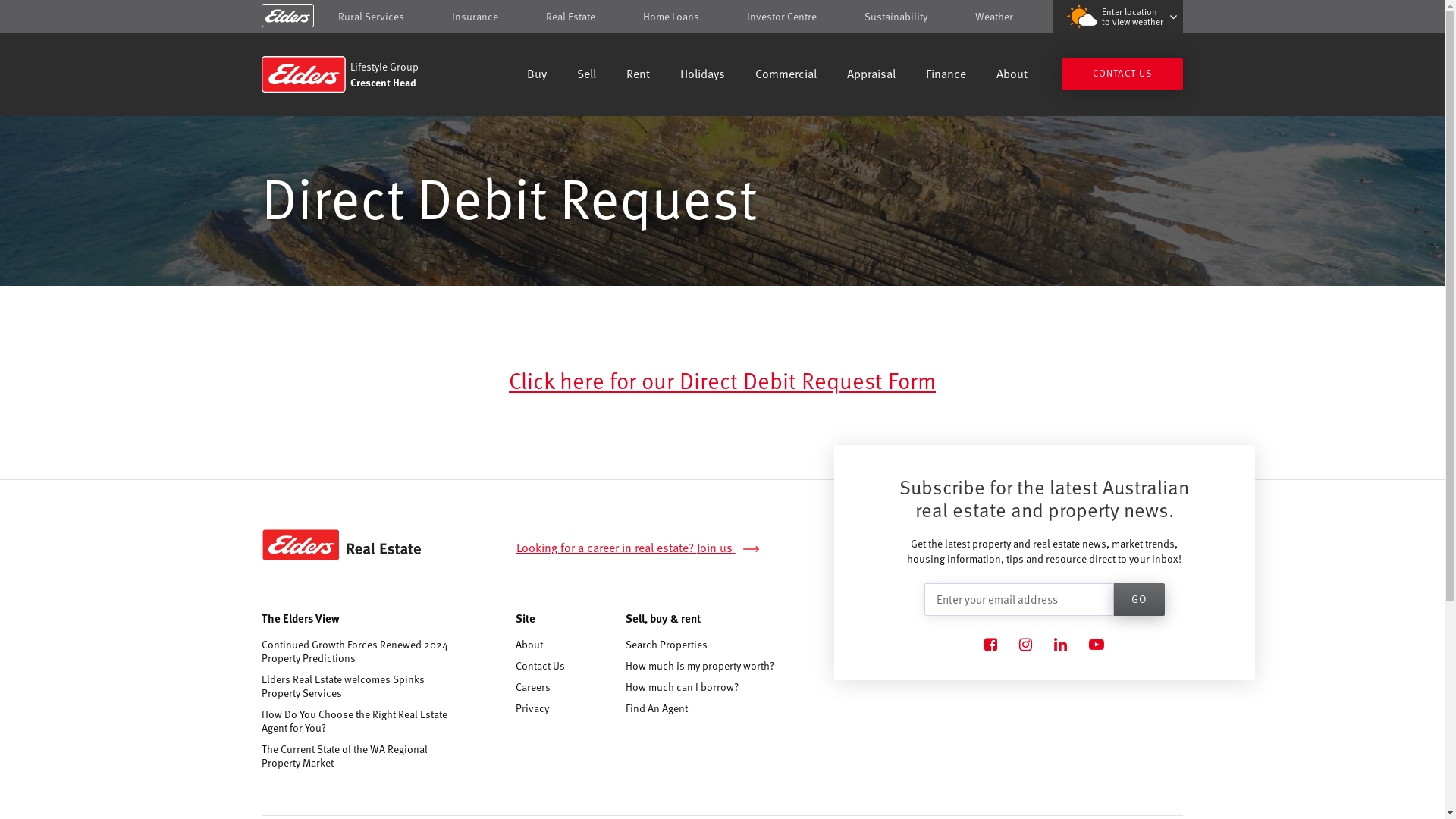 Image resolution: width=1456 pixels, height=819 pixels. What do you see at coordinates (698, 664) in the screenshot?
I see `'How much is my property worth?'` at bounding box center [698, 664].